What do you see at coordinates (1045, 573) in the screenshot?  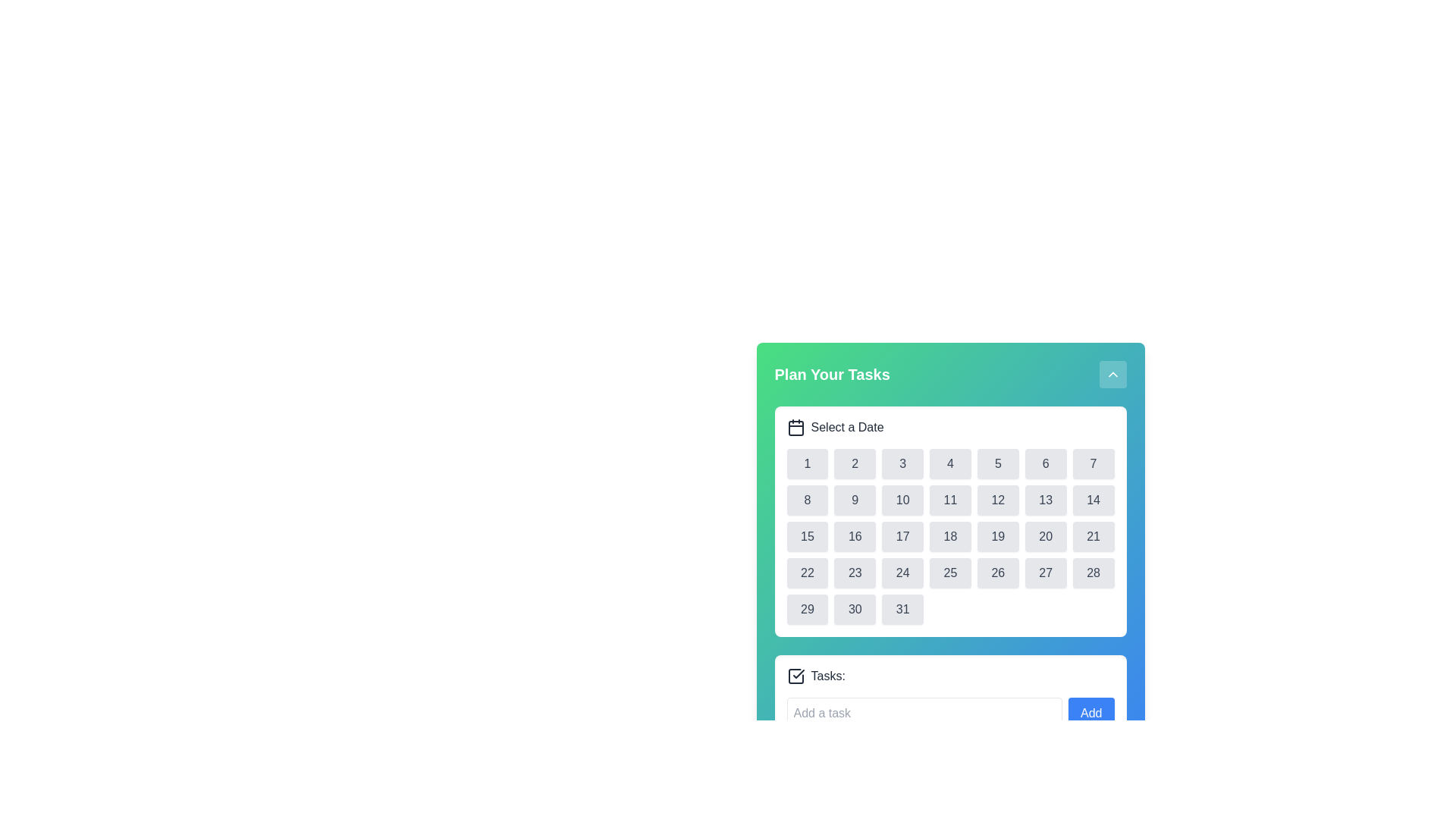 I see `the button displaying the number '27' in the calendar grid` at bounding box center [1045, 573].